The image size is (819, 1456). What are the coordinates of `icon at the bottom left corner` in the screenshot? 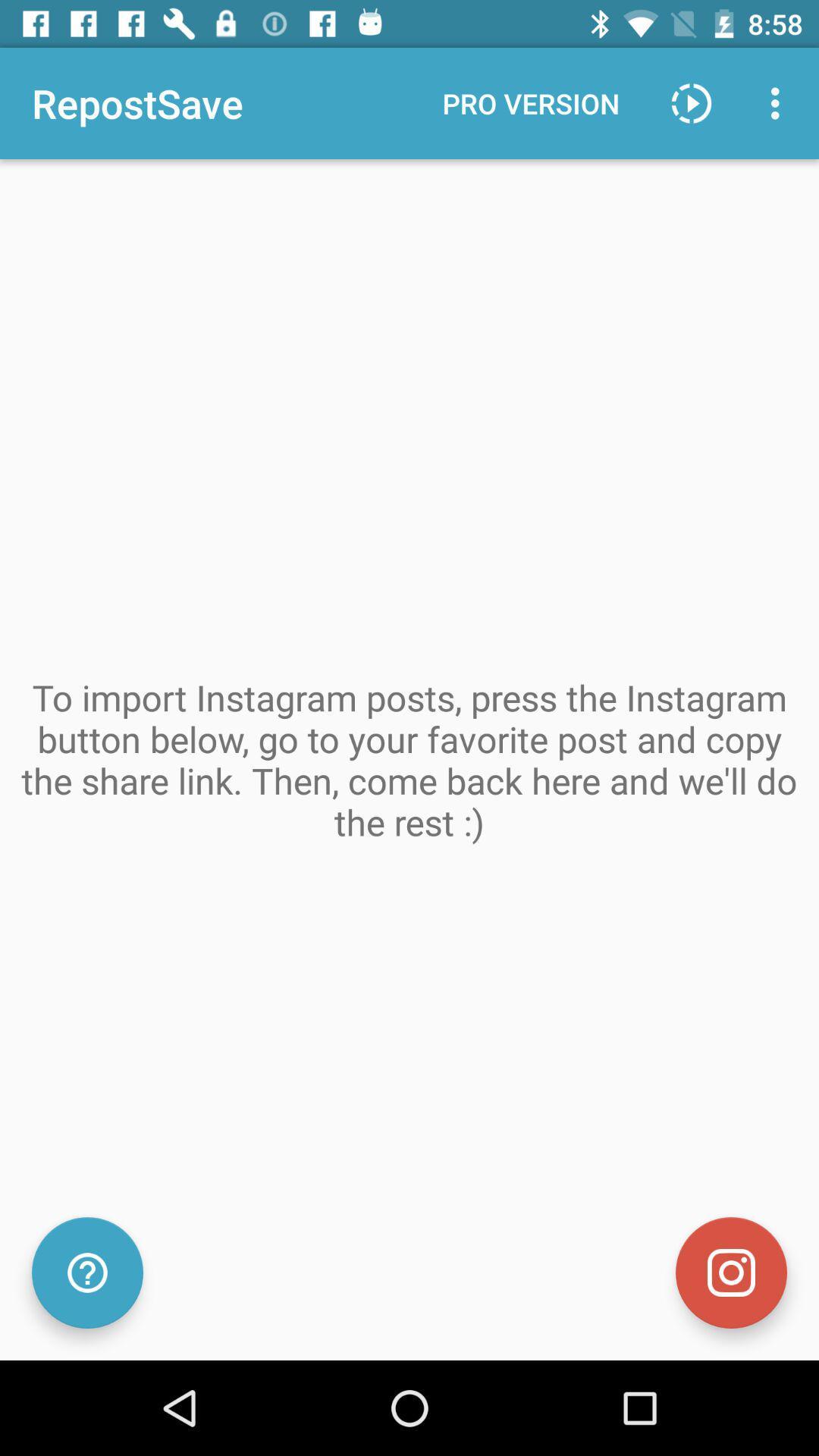 It's located at (87, 1272).